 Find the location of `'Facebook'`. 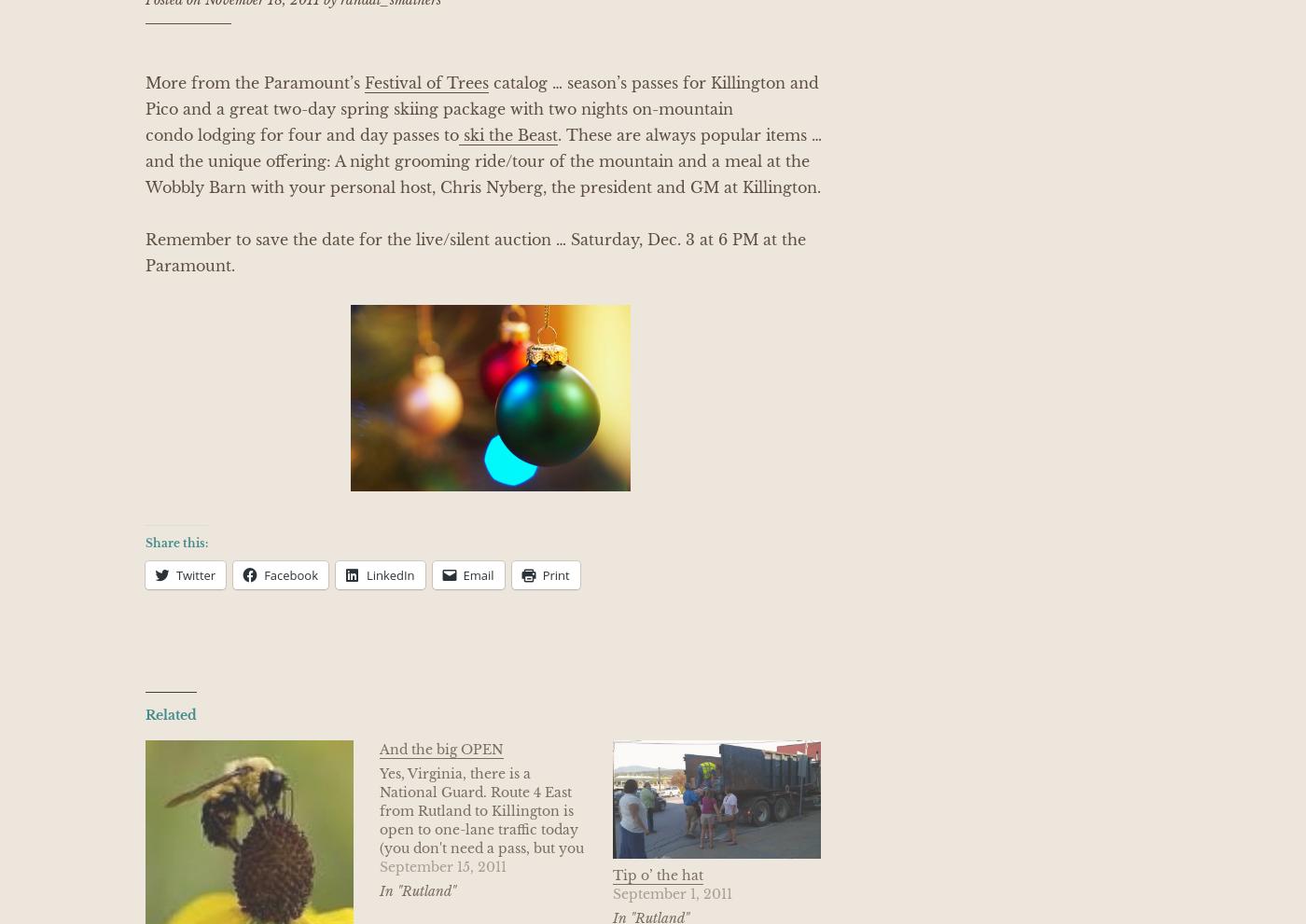

'Facebook' is located at coordinates (291, 574).